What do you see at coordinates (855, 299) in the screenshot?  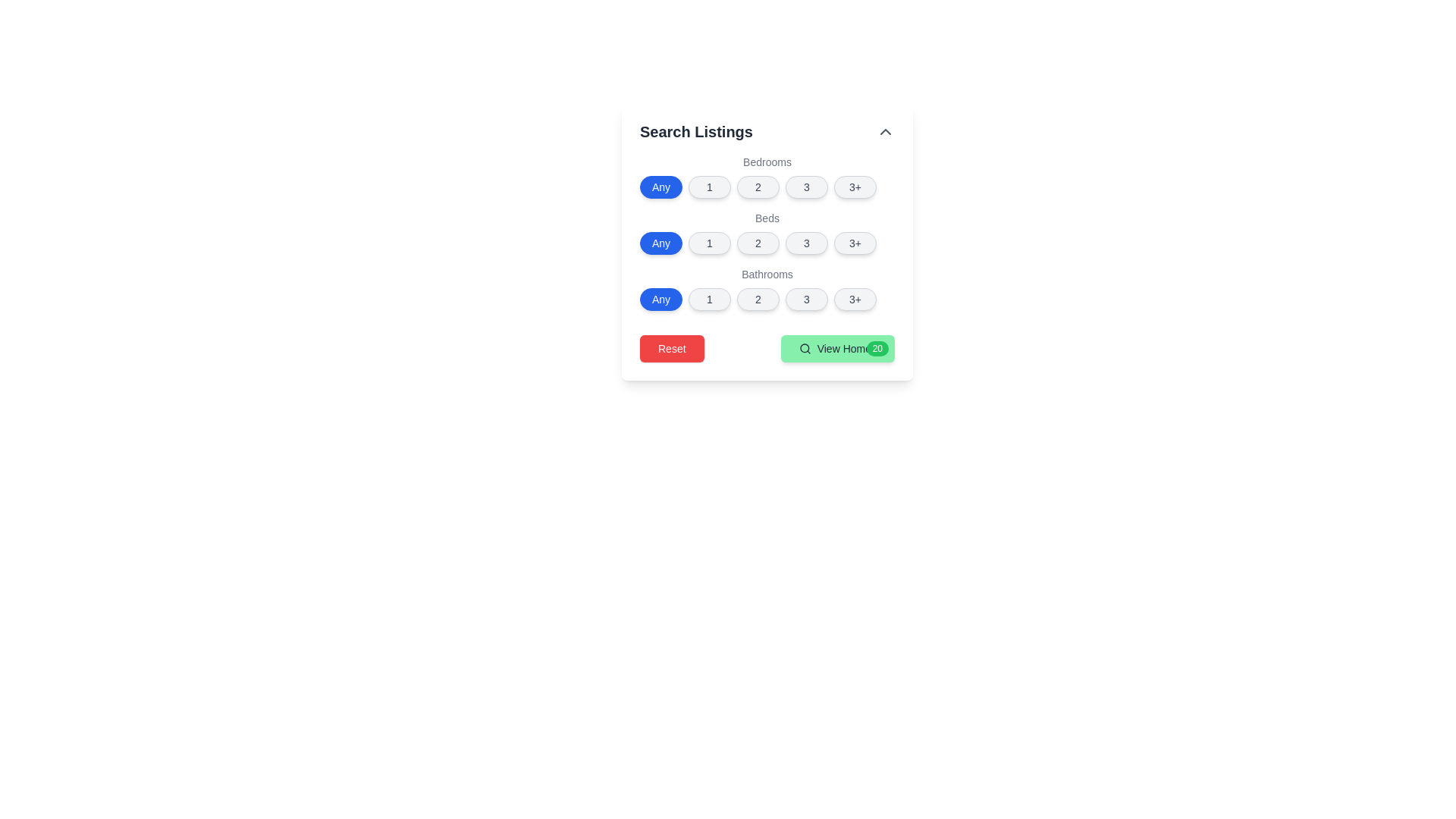 I see `the '3 or more' button located at the far right of the horizontal group of buttons in the 'Bathrooms' filter section` at bounding box center [855, 299].